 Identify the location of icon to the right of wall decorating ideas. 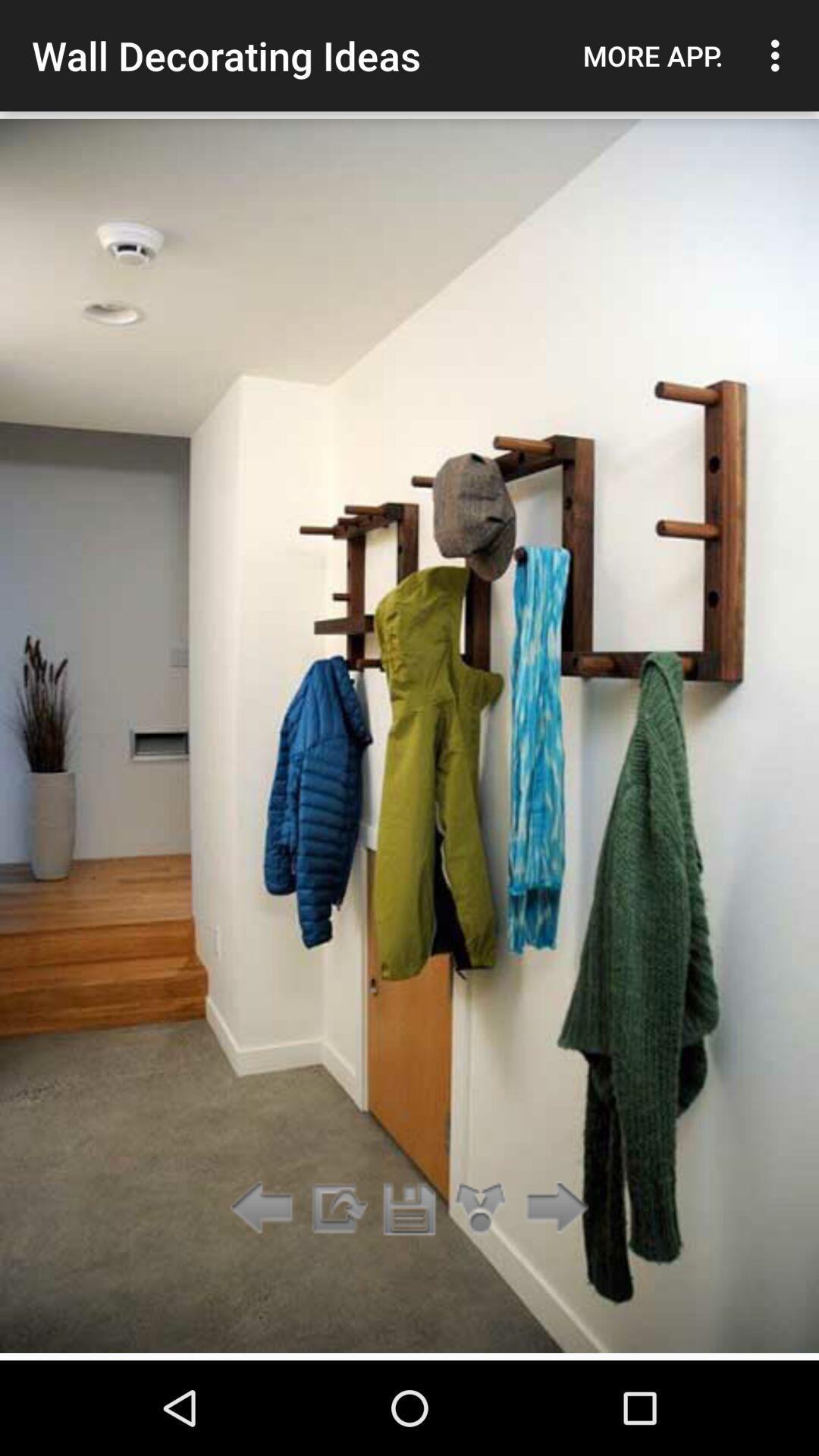
(652, 55).